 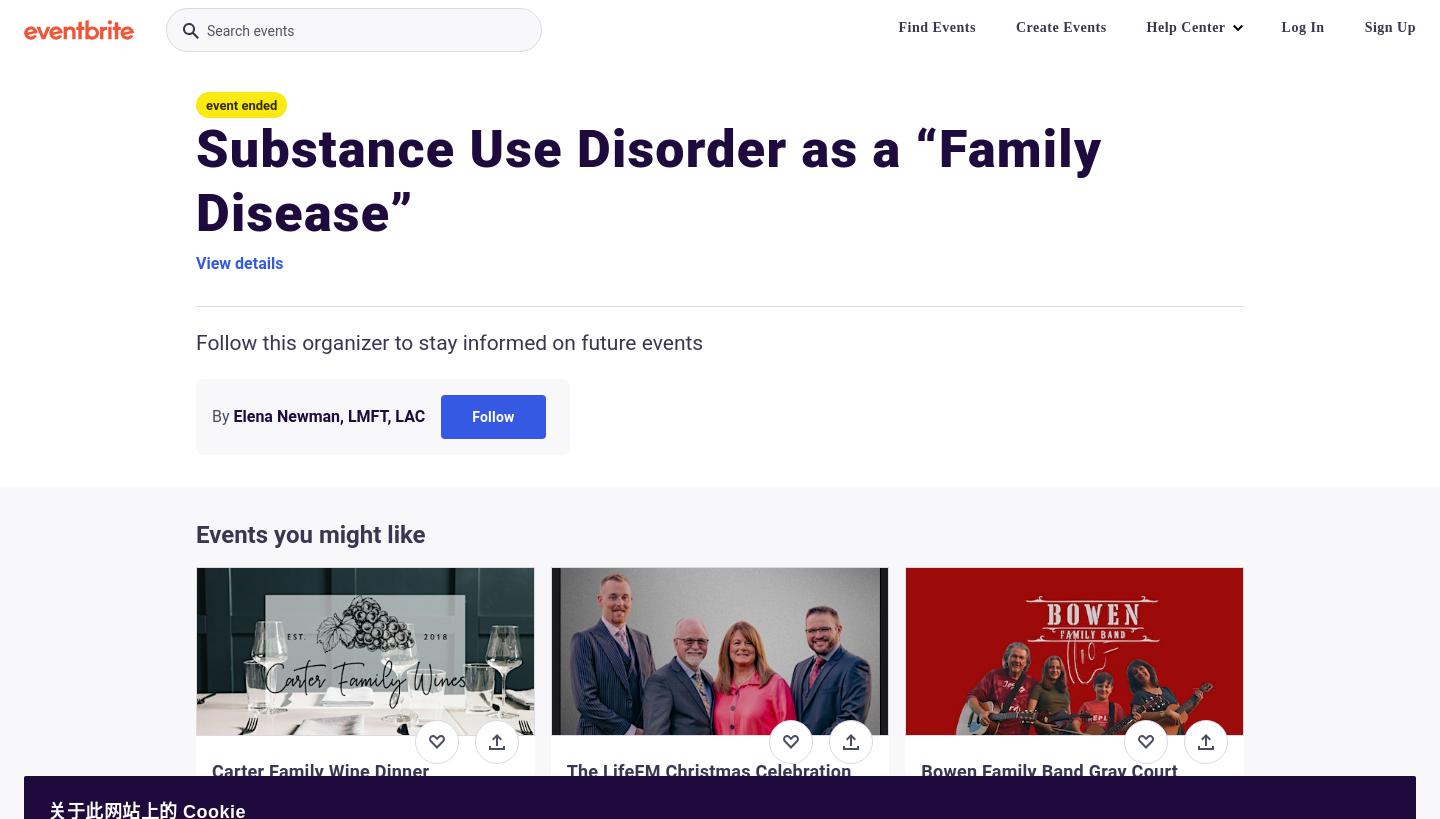 What do you see at coordinates (936, 26) in the screenshot?
I see `'Find Events'` at bounding box center [936, 26].